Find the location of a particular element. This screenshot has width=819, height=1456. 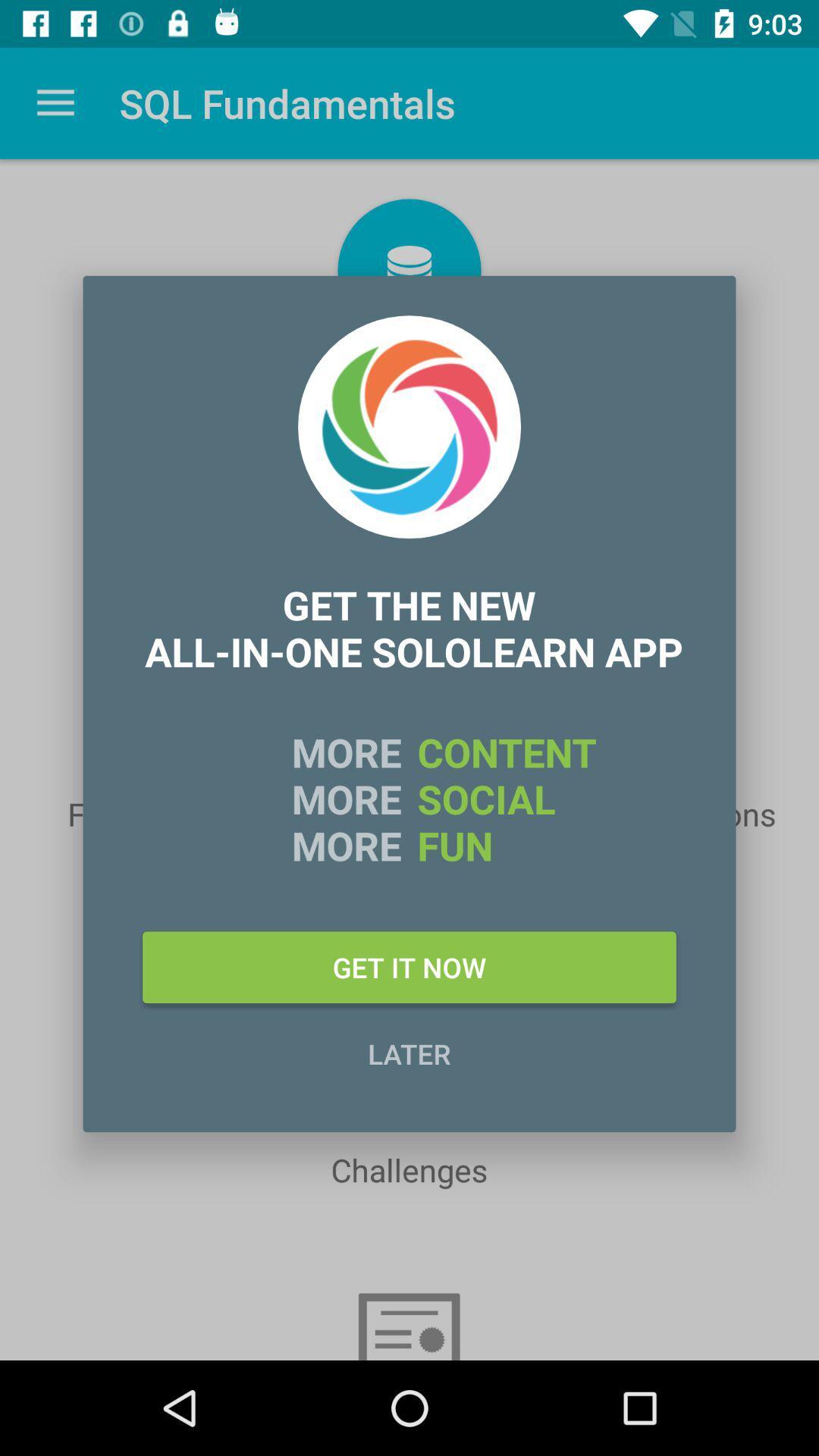

the get it now is located at coordinates (409, 966).